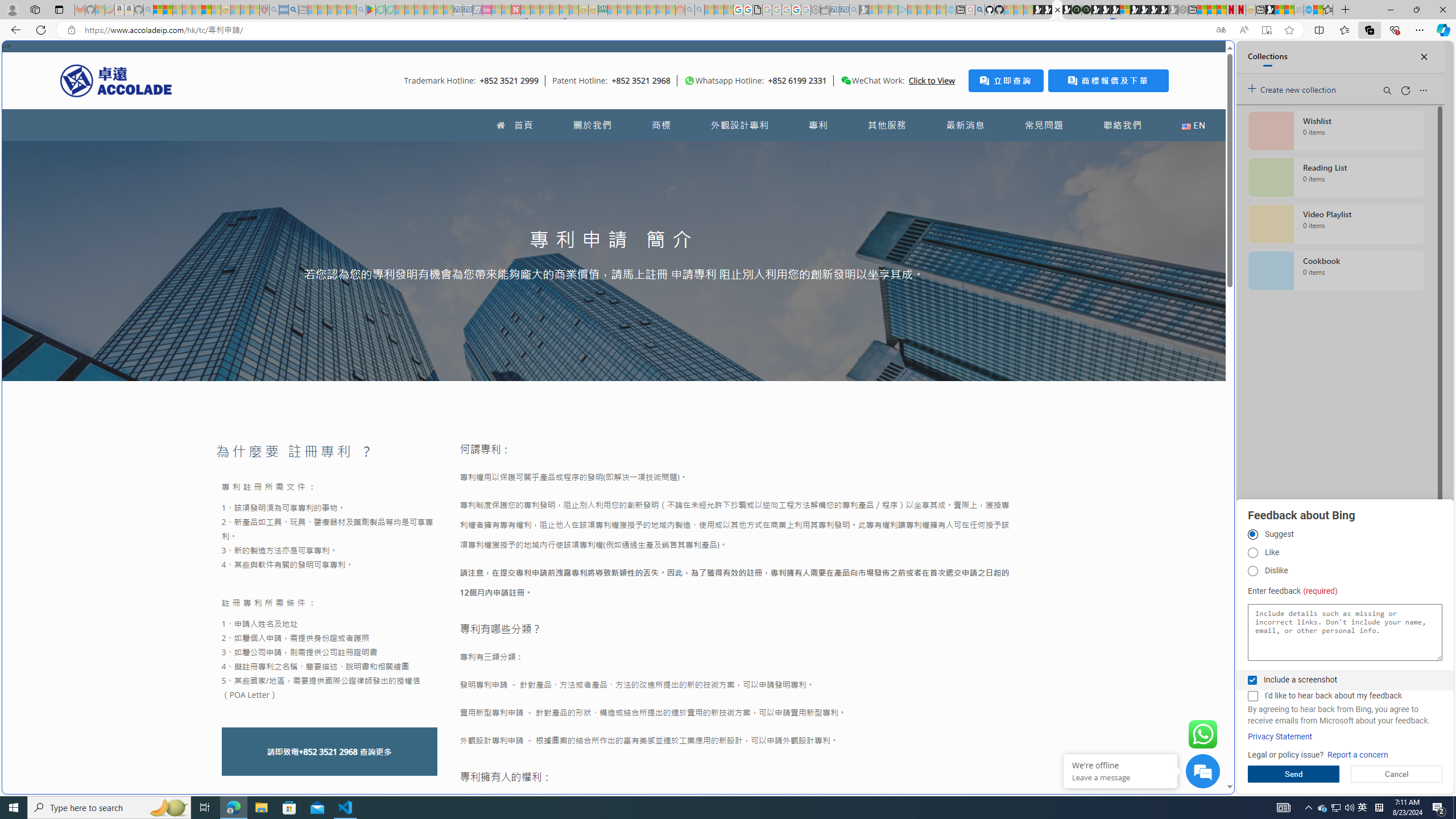 This screenshot has width=1456, height=819. I want to click on 'EN', so click(1194, 125).